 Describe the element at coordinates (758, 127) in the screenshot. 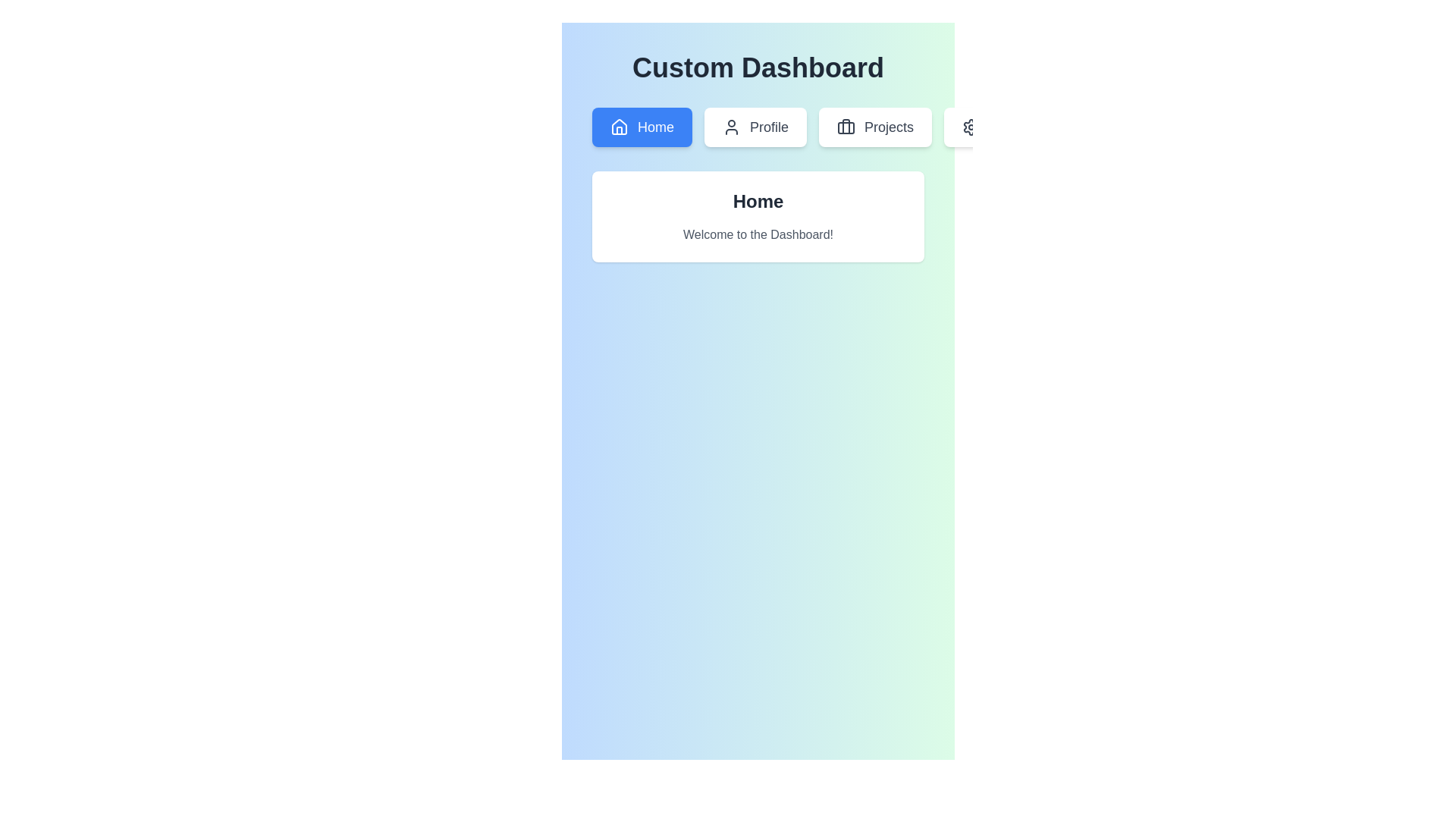

I see `the 'Profile' navigation button located in the horizontal navigation bar below the 'Custom Dashboard' heading` at that location.